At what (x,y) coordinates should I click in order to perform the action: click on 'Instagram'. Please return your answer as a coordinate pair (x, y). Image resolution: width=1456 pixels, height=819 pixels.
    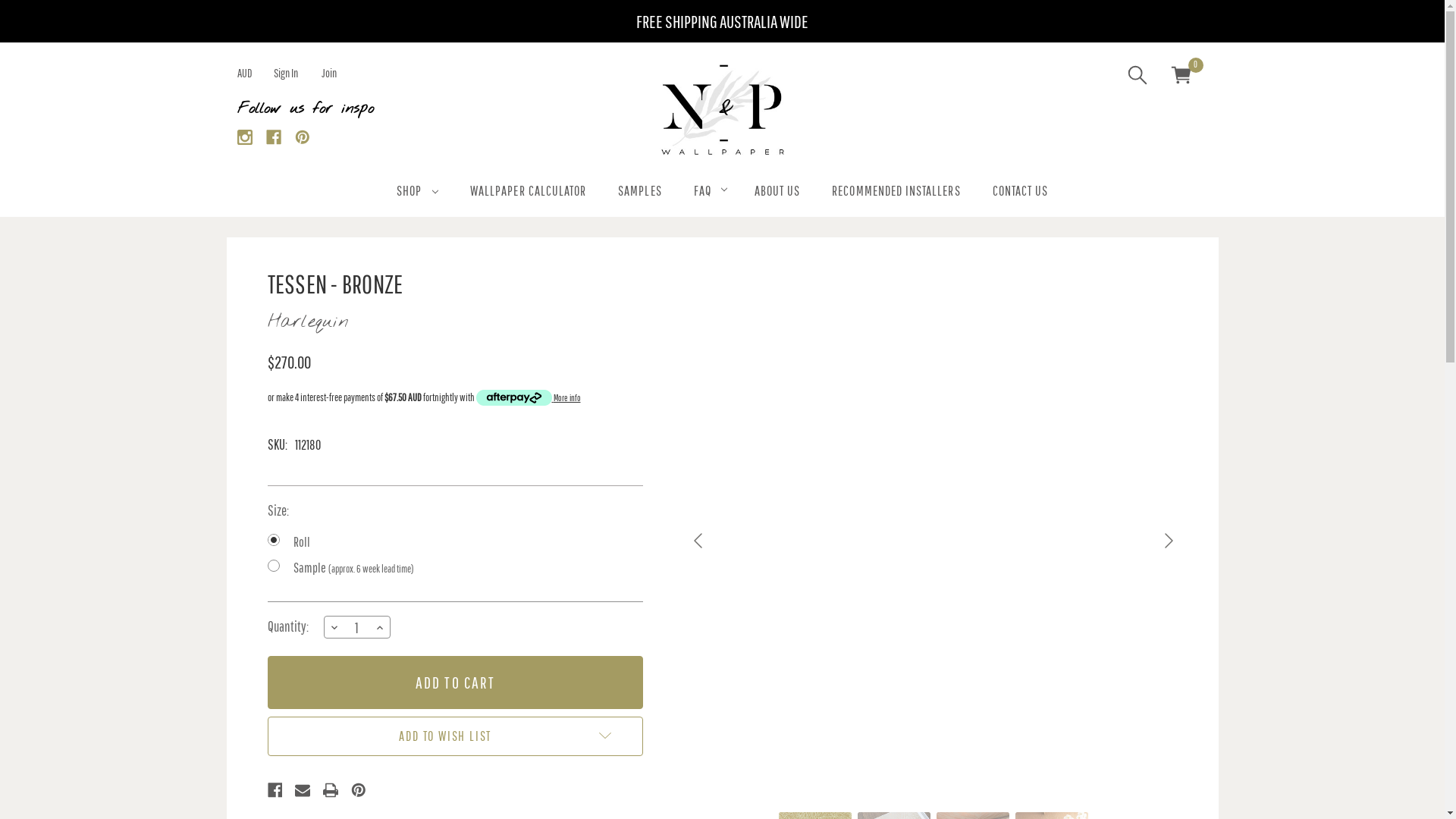
    Looking at the image, I should click on (244, 136).